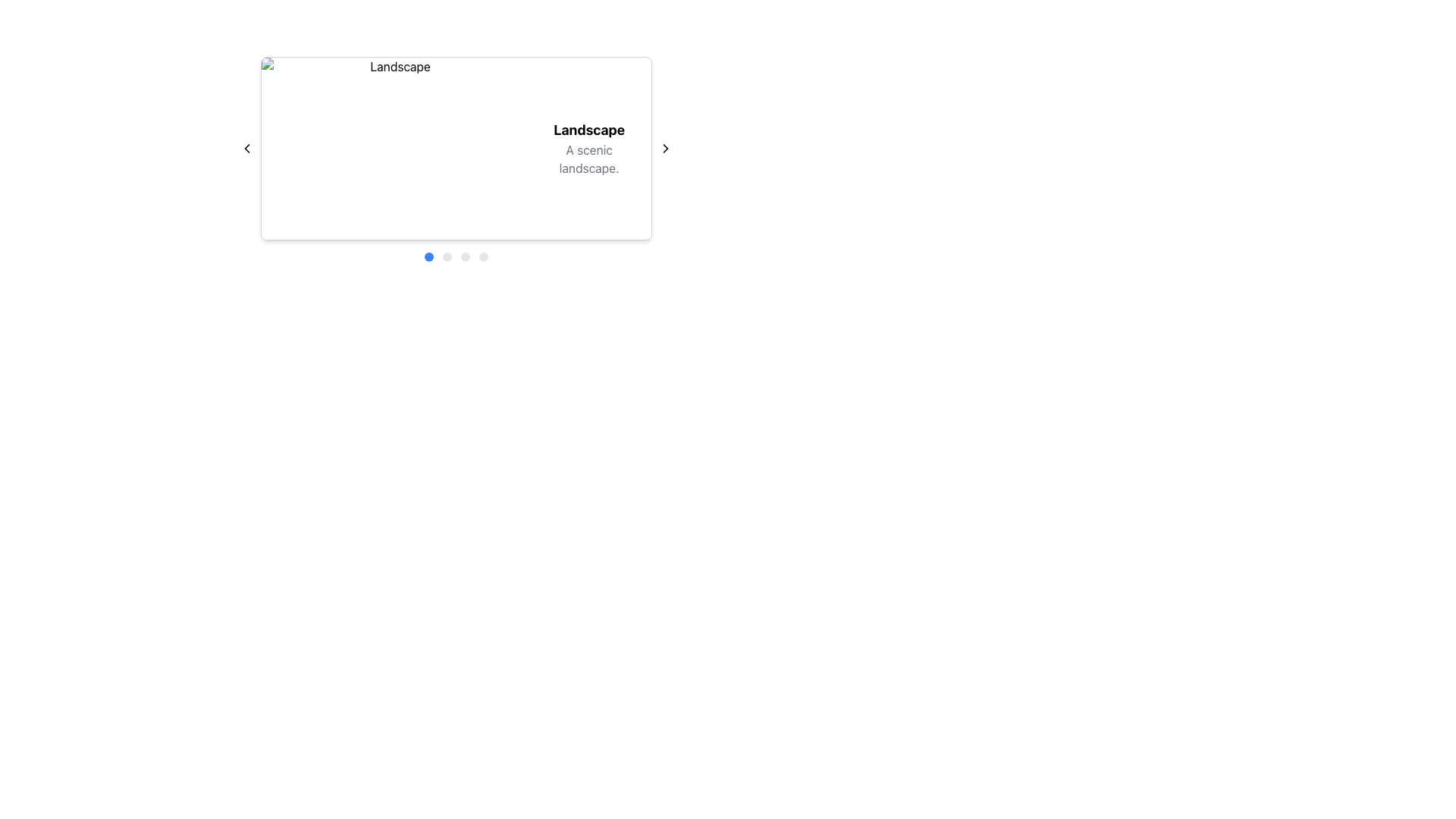 This screenshot has width=1456, height=819. Describe the element at coordinates (588, 158) in the screenshot. I see `the static text element that provides an explanatory caption for the title 'Landscape', located below the title in the upper right region of the card layout` at that location.